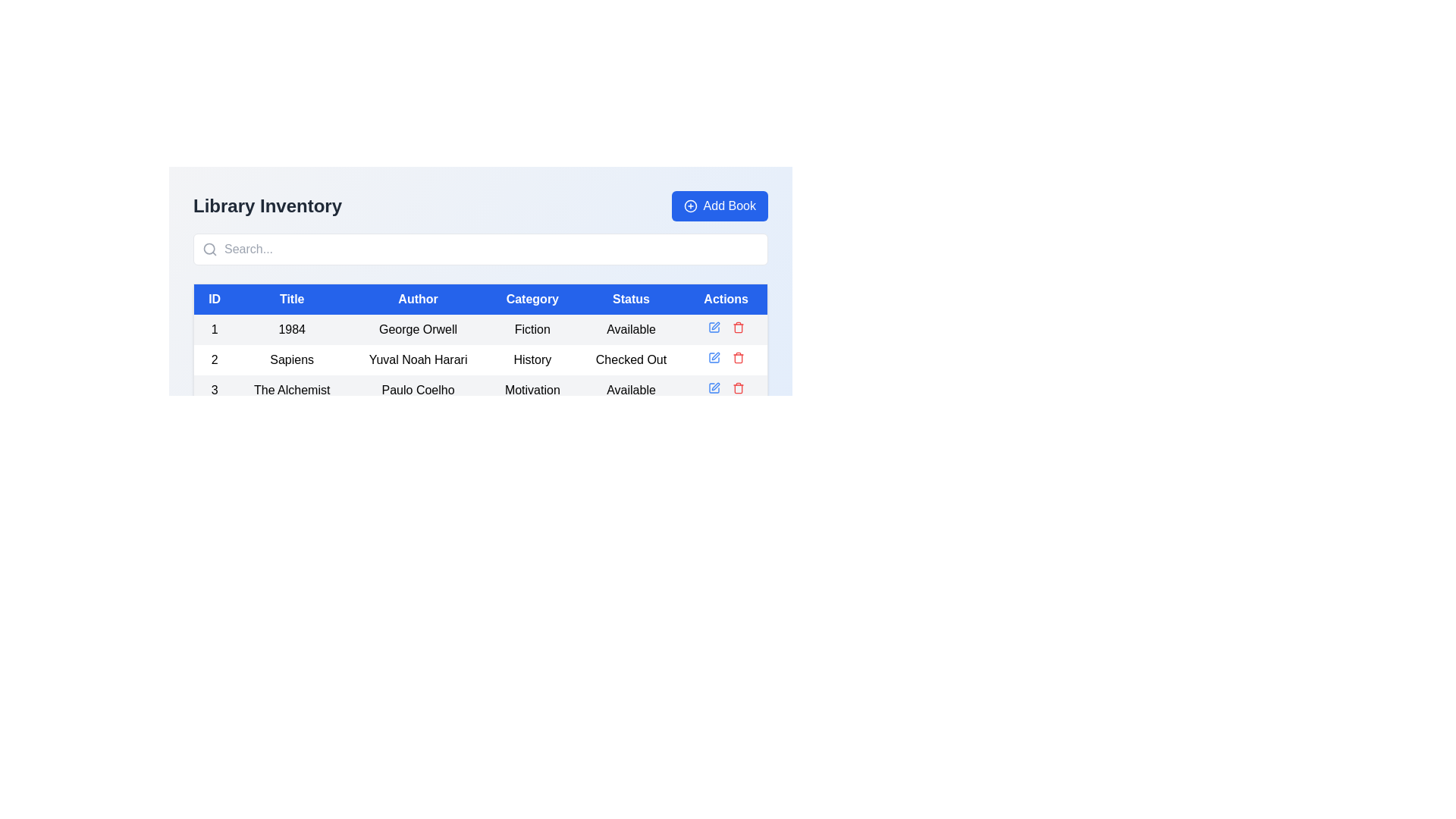  Describe the element at coordinates (479, 359) in the screenshot. I see `the second row in the book details table, which contains the book 'Sapiens' by Yuval Noah Harari` at that location.